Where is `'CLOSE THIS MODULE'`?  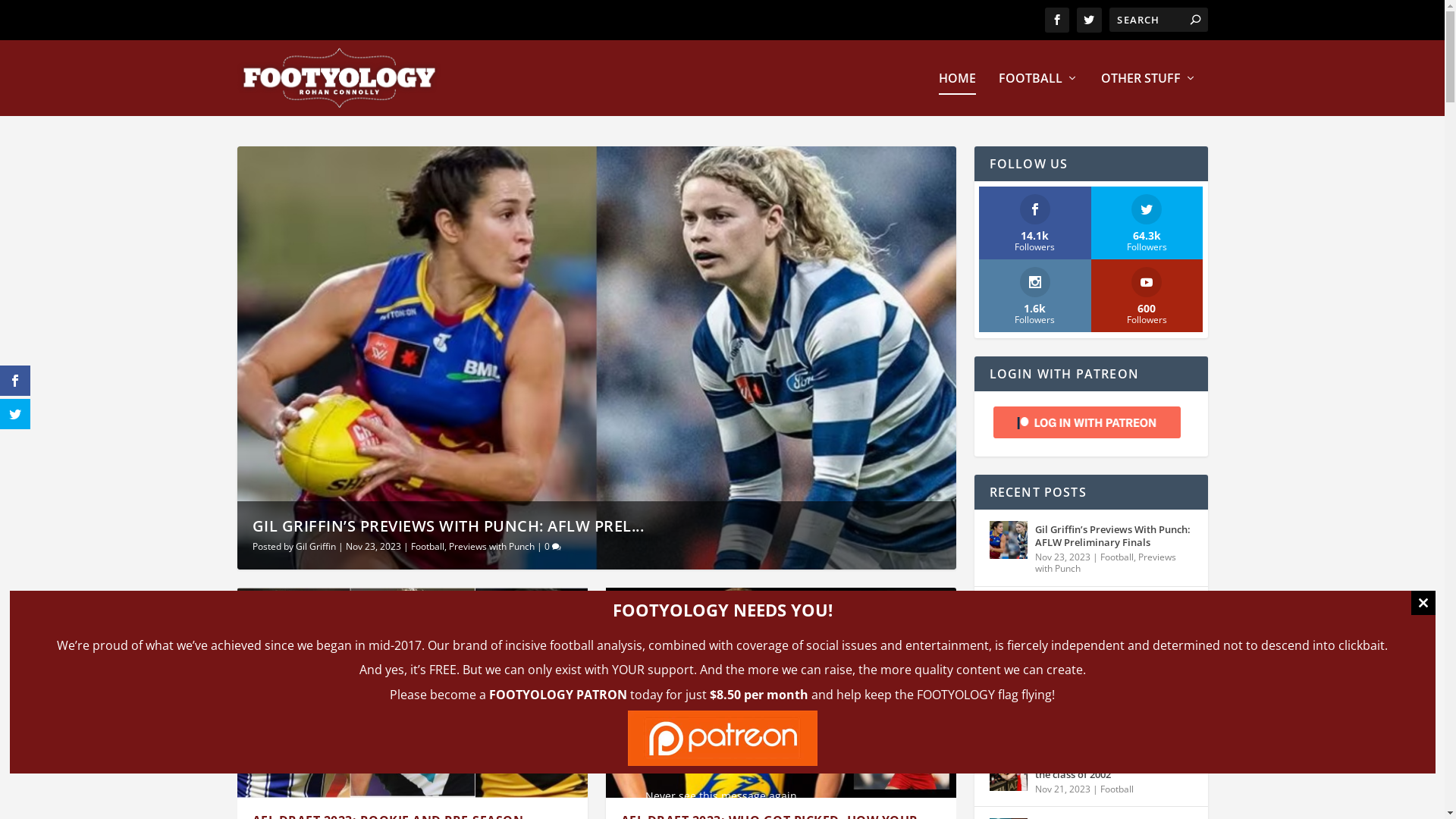
'CLOSE THIS MODULE' is located at coordinates (1422, 601).